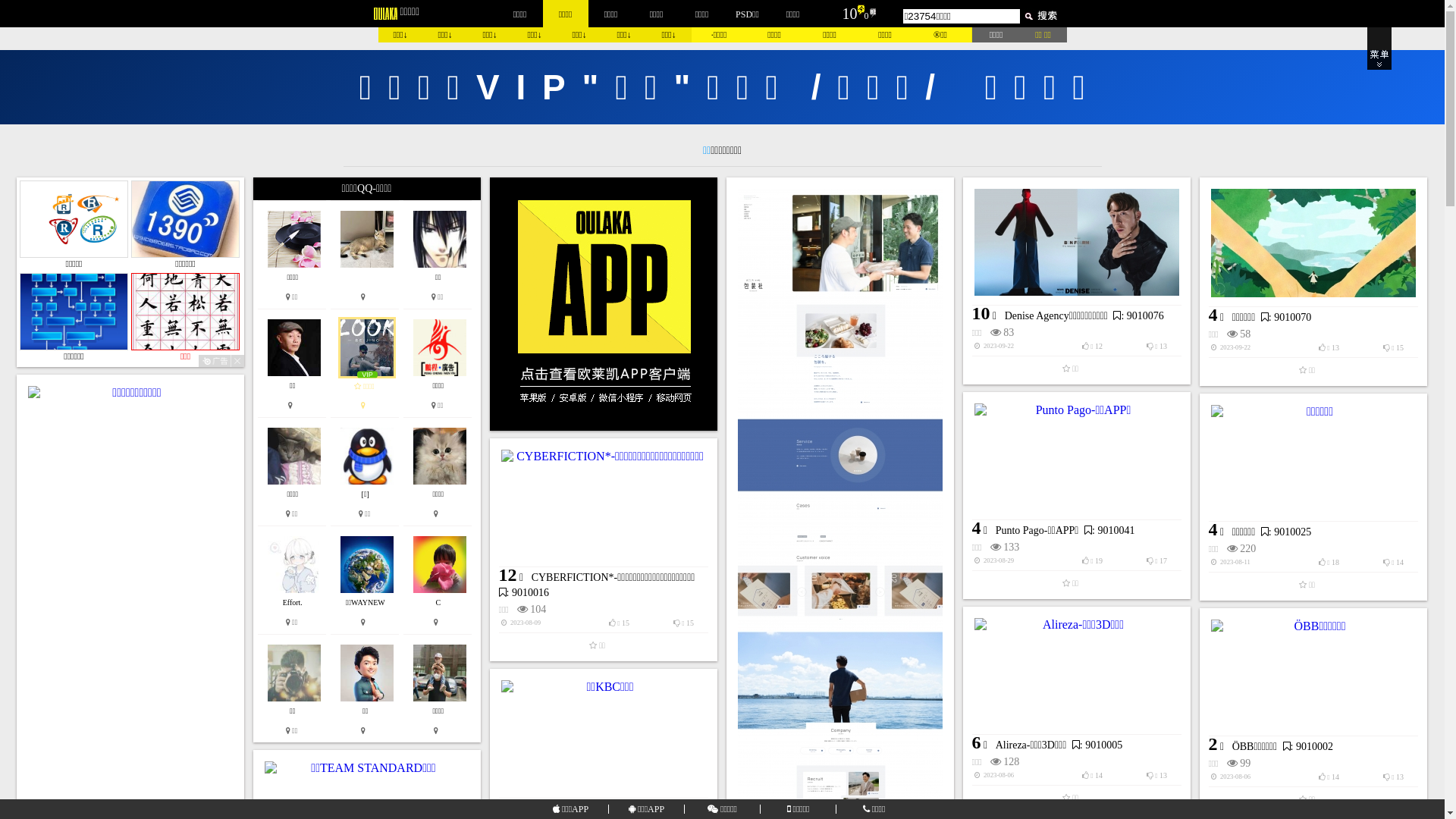  What do you see at coordinates (848, 14) in the screenshot?
I see `'10'` at bounding box center [848, 14].